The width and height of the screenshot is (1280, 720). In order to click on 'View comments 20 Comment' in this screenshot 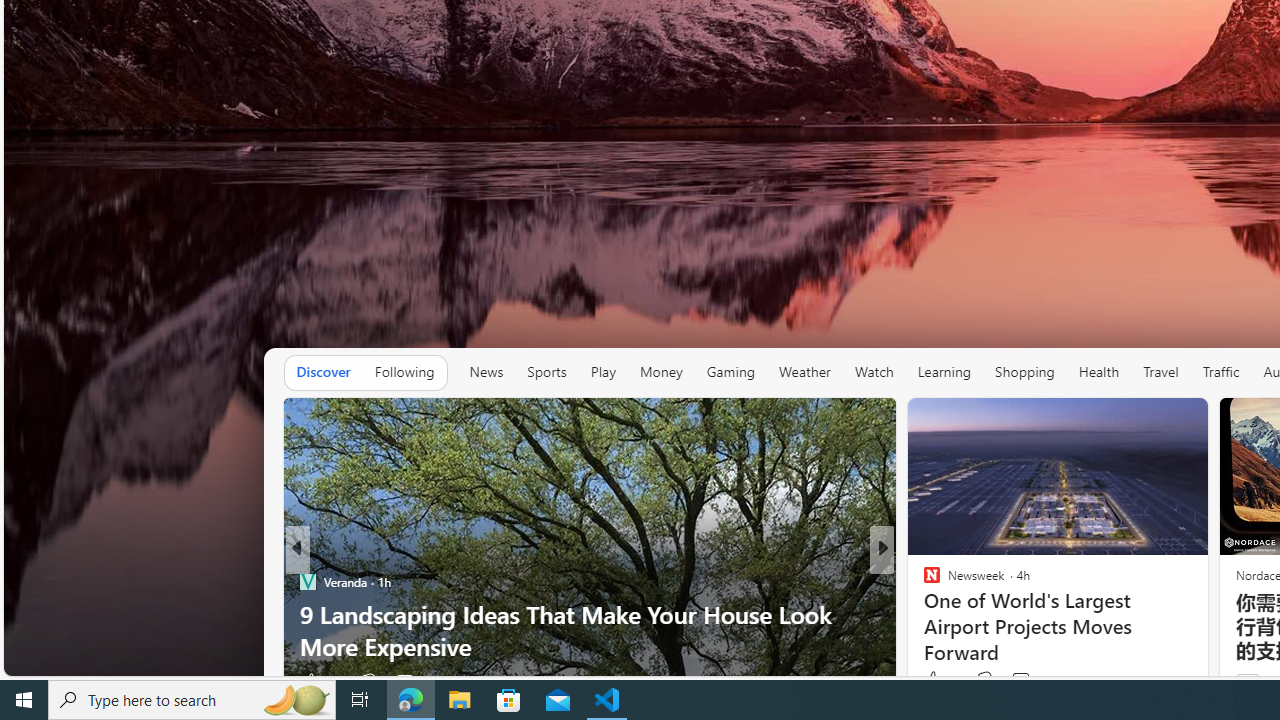, I will do `click(1014, 680)`.